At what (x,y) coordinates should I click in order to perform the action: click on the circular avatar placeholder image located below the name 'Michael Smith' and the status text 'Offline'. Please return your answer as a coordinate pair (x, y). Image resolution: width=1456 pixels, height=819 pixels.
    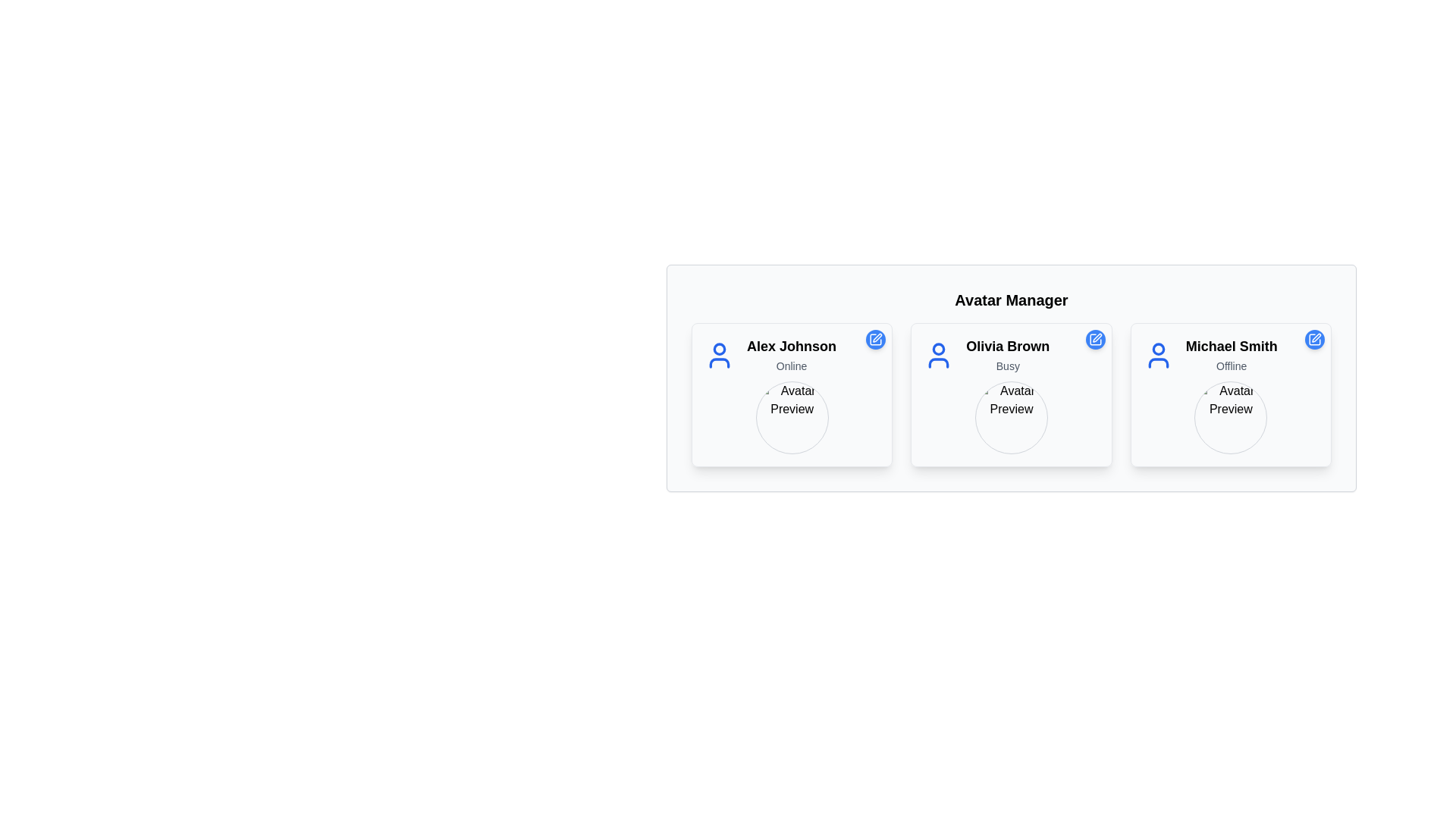
    Looking at the image, I should click on (1231, 418).